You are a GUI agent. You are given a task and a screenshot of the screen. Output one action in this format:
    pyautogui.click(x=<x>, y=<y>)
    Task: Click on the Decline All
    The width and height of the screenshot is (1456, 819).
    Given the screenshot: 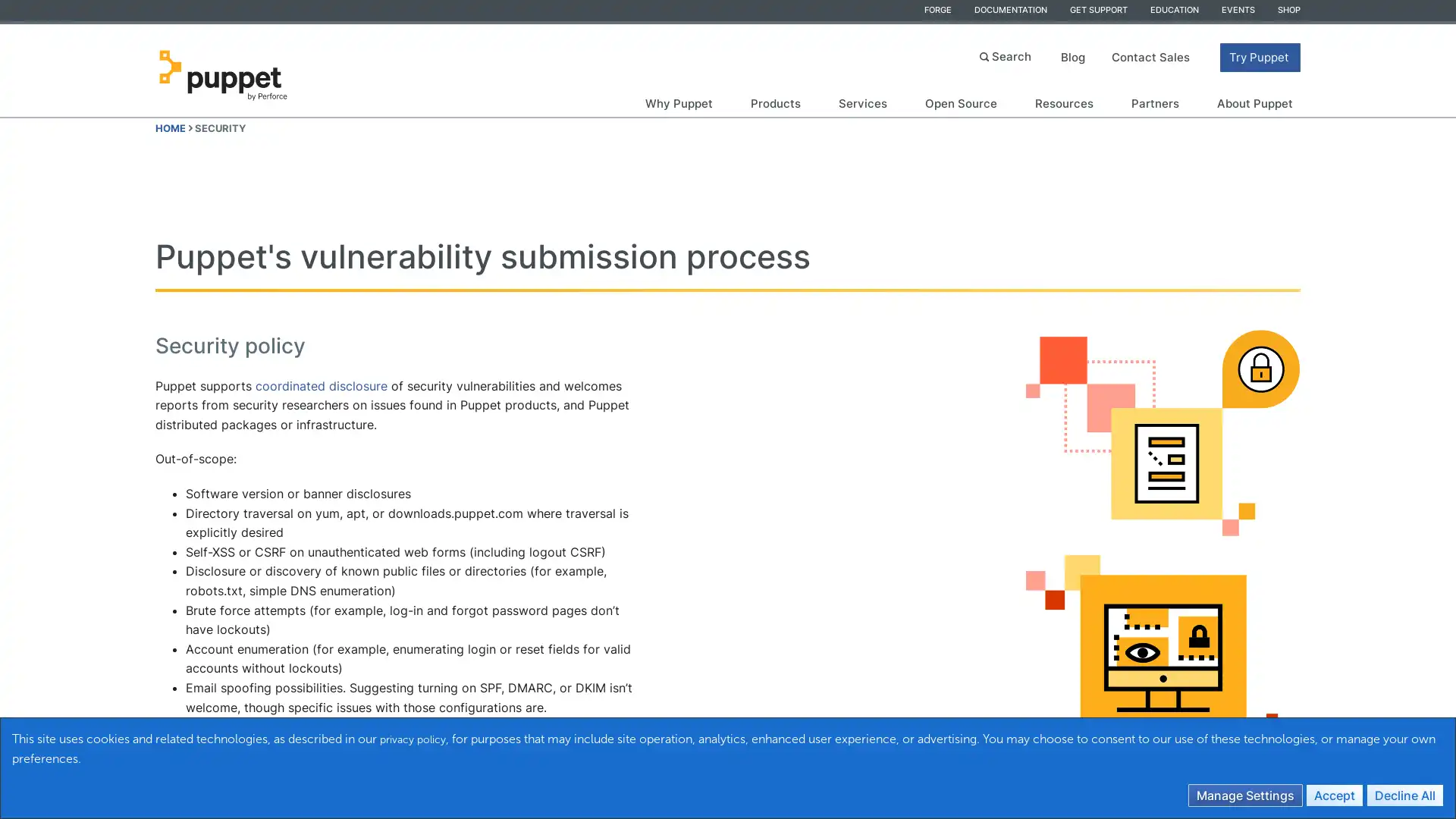 What is the action you would take?
    pyautogui.click(x=1404, y=794)
    